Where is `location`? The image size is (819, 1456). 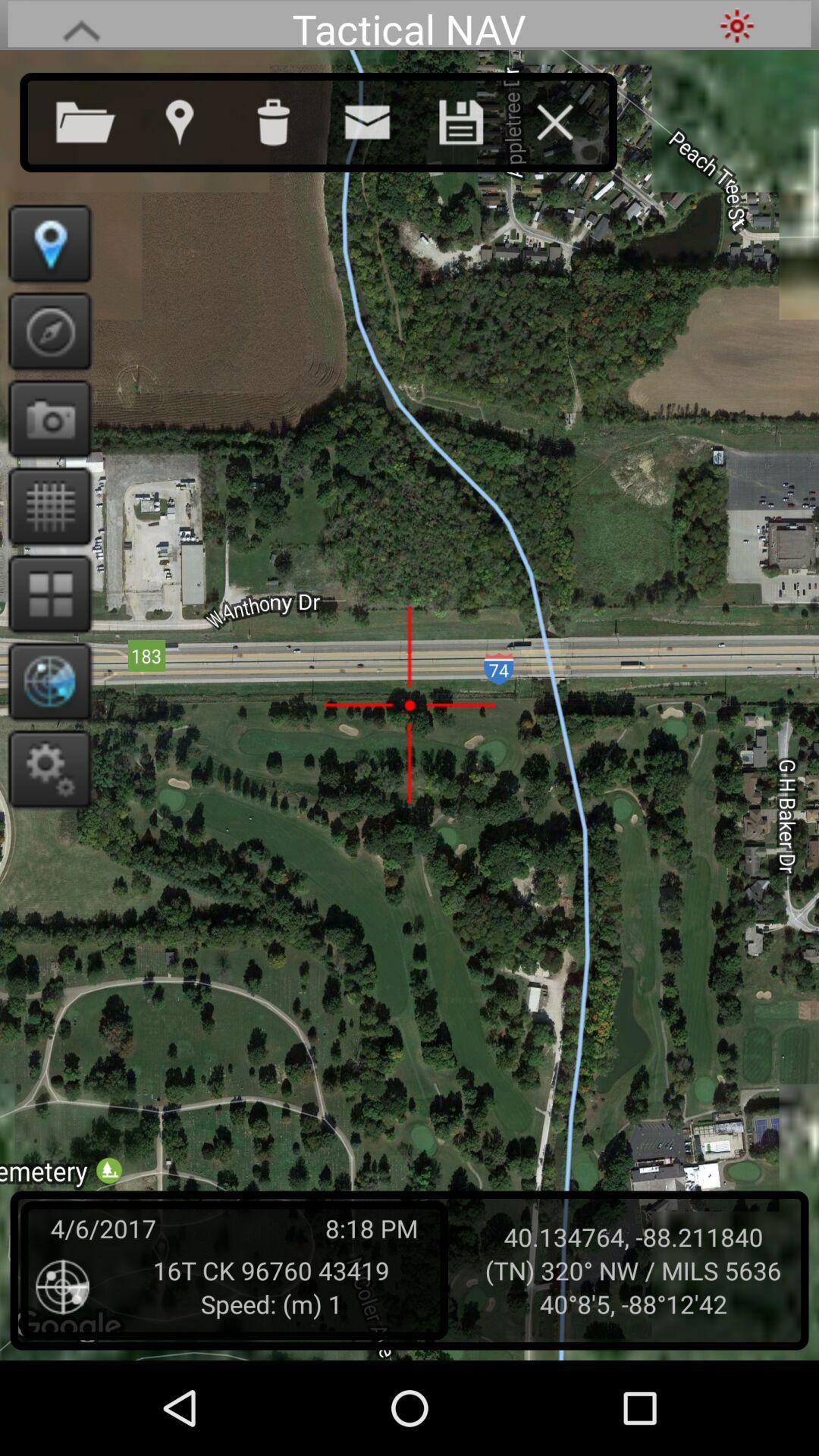
location is located at coordinates (193, 118).